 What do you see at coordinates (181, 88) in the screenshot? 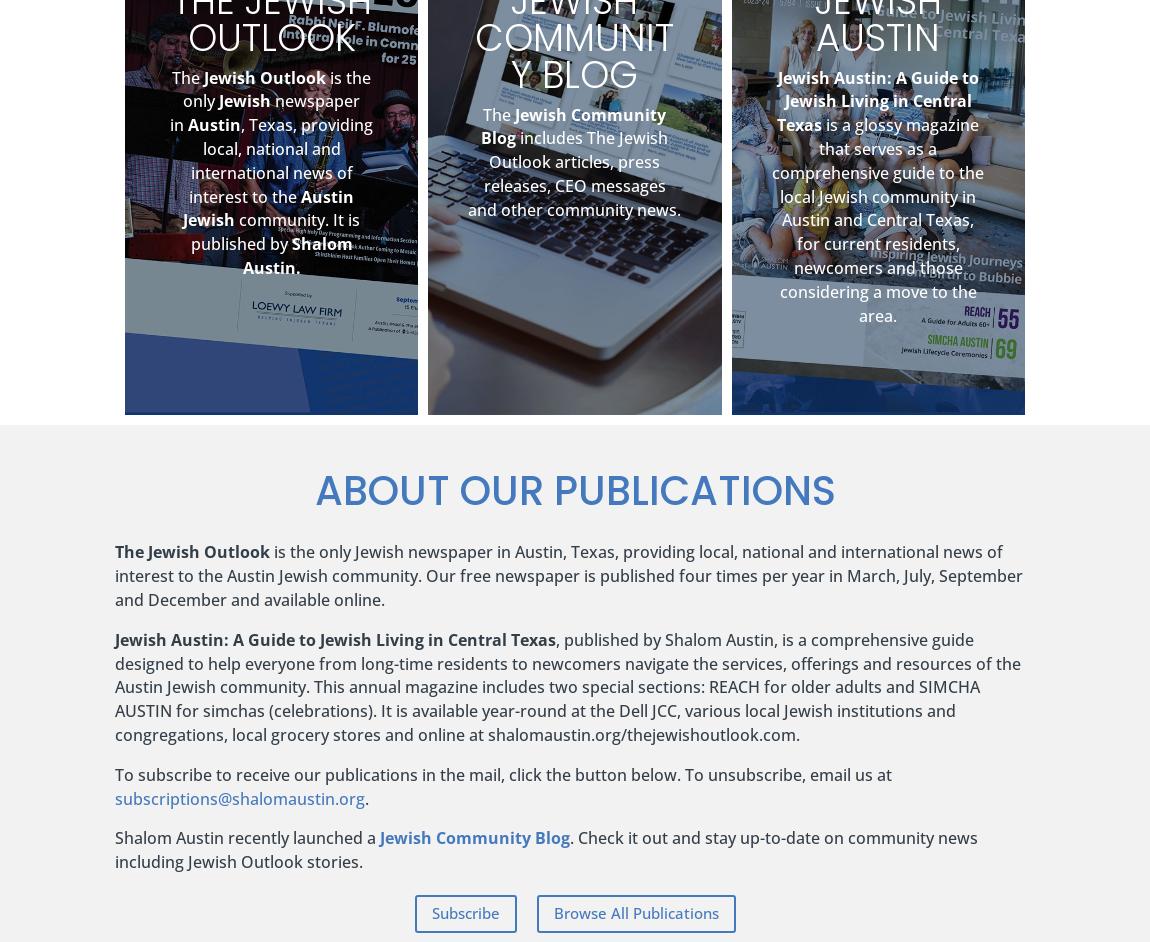
I see `'is the only'` at bounding box center [181, 88].